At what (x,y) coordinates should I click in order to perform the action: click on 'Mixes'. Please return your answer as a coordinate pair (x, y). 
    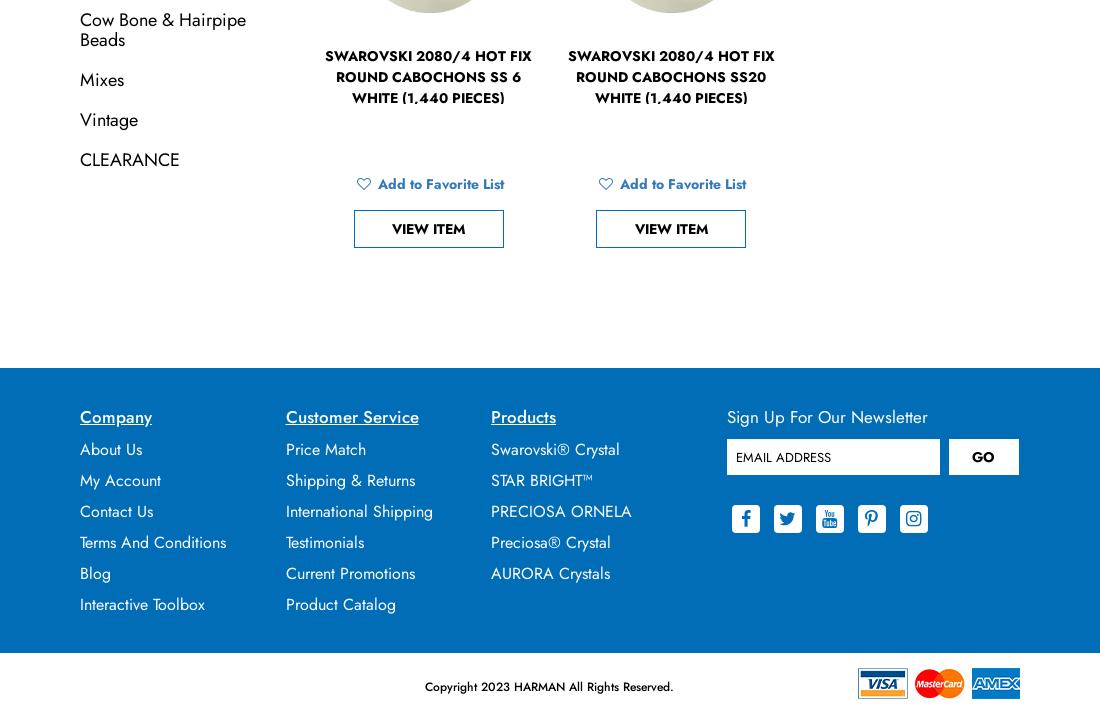
    Looking at the image, I should click on (79, 78).